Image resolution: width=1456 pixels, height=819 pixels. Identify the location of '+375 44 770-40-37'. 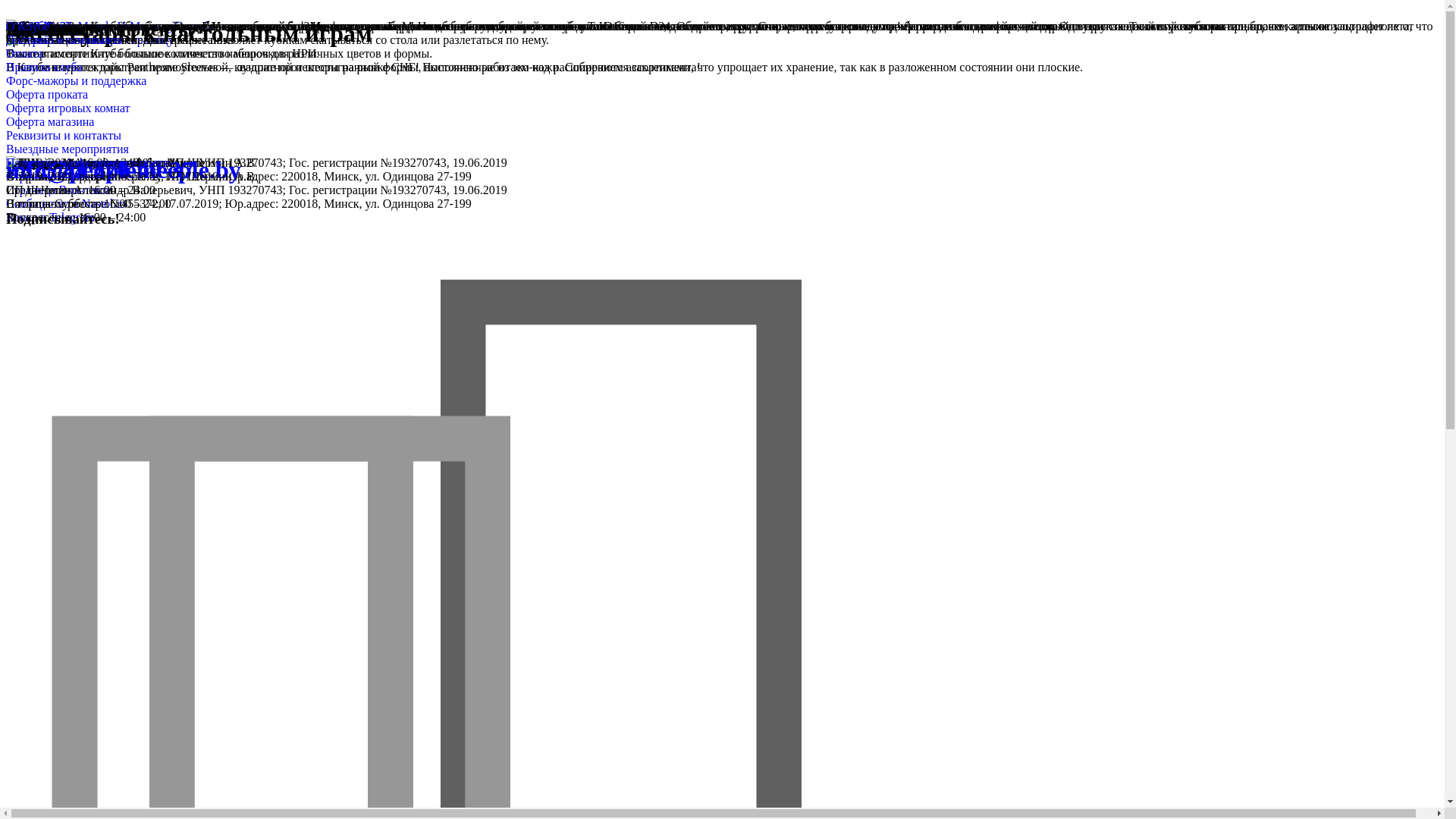
(99, 169).